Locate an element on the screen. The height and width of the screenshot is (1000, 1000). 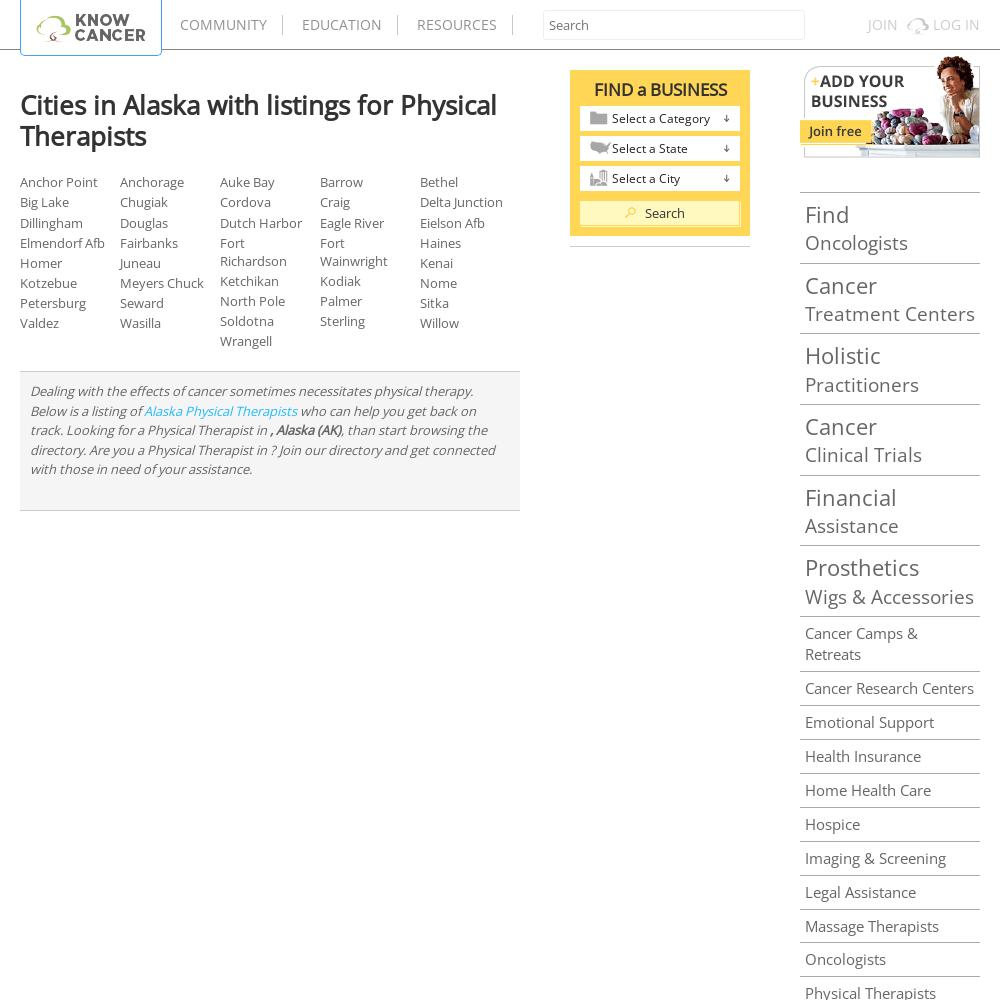
'Douglas' is located at coordinates (144, 221).